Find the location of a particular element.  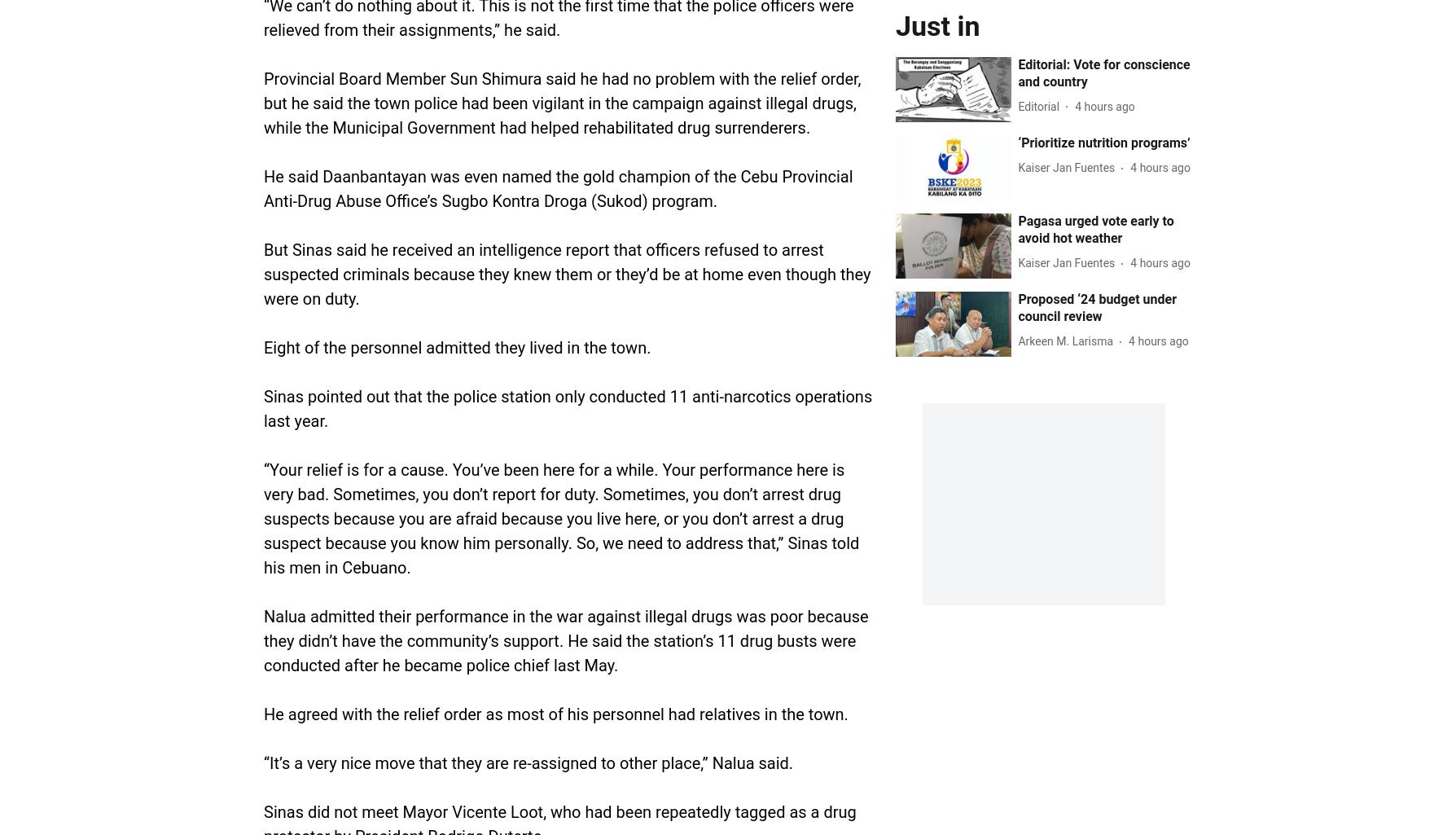

'Nalua admitted their performance in the war against illegal drugs was poor because they didn’t have the community’s support. He said the station’s 11 drug busts were conducted after he became police chief last May.' is located at coordinates (564, 640).